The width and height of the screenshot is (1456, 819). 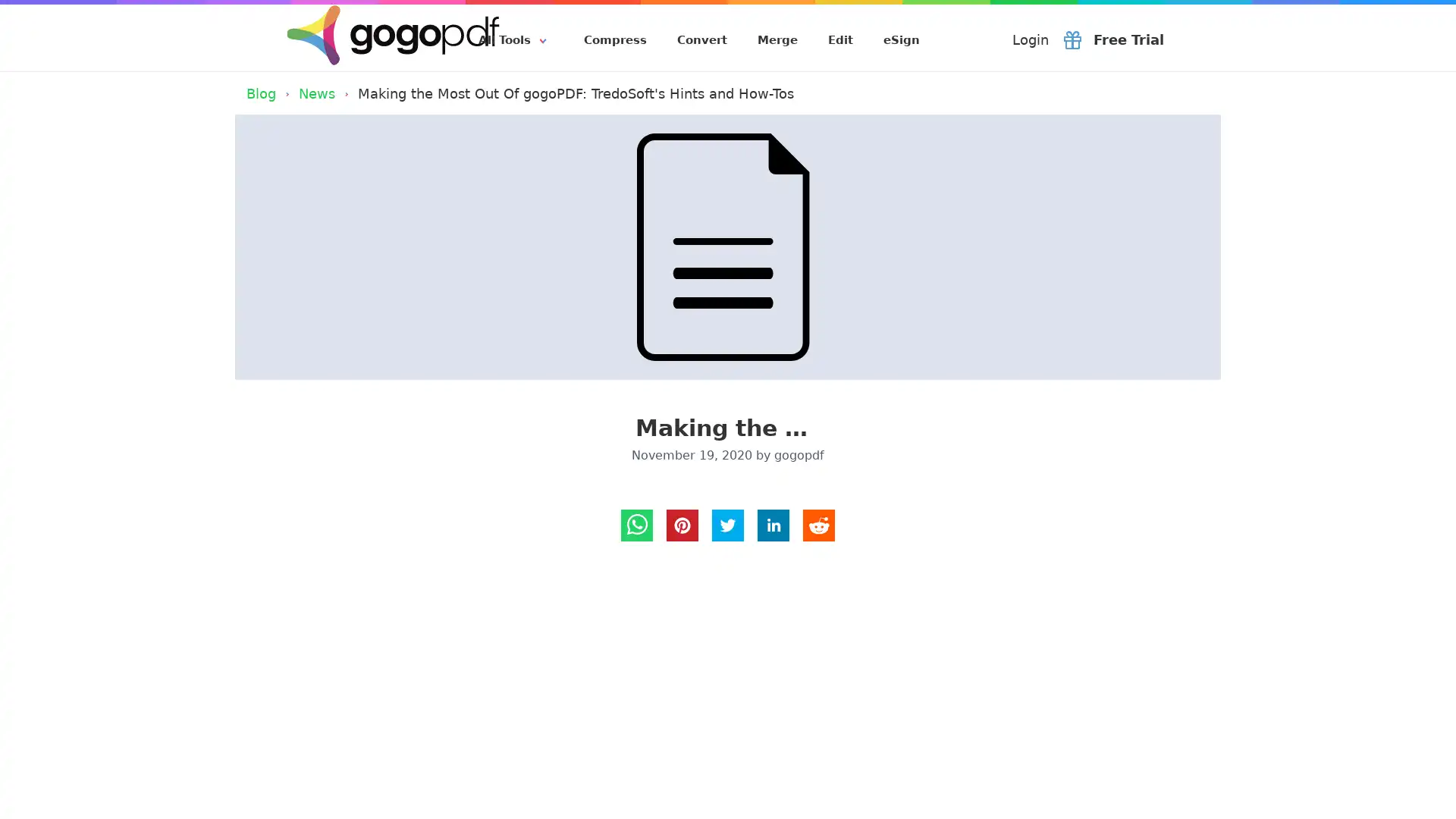 What do you see at coordinates (728, 525) in the screenshot?
I see `twitter` at bounding box center [728, 525].